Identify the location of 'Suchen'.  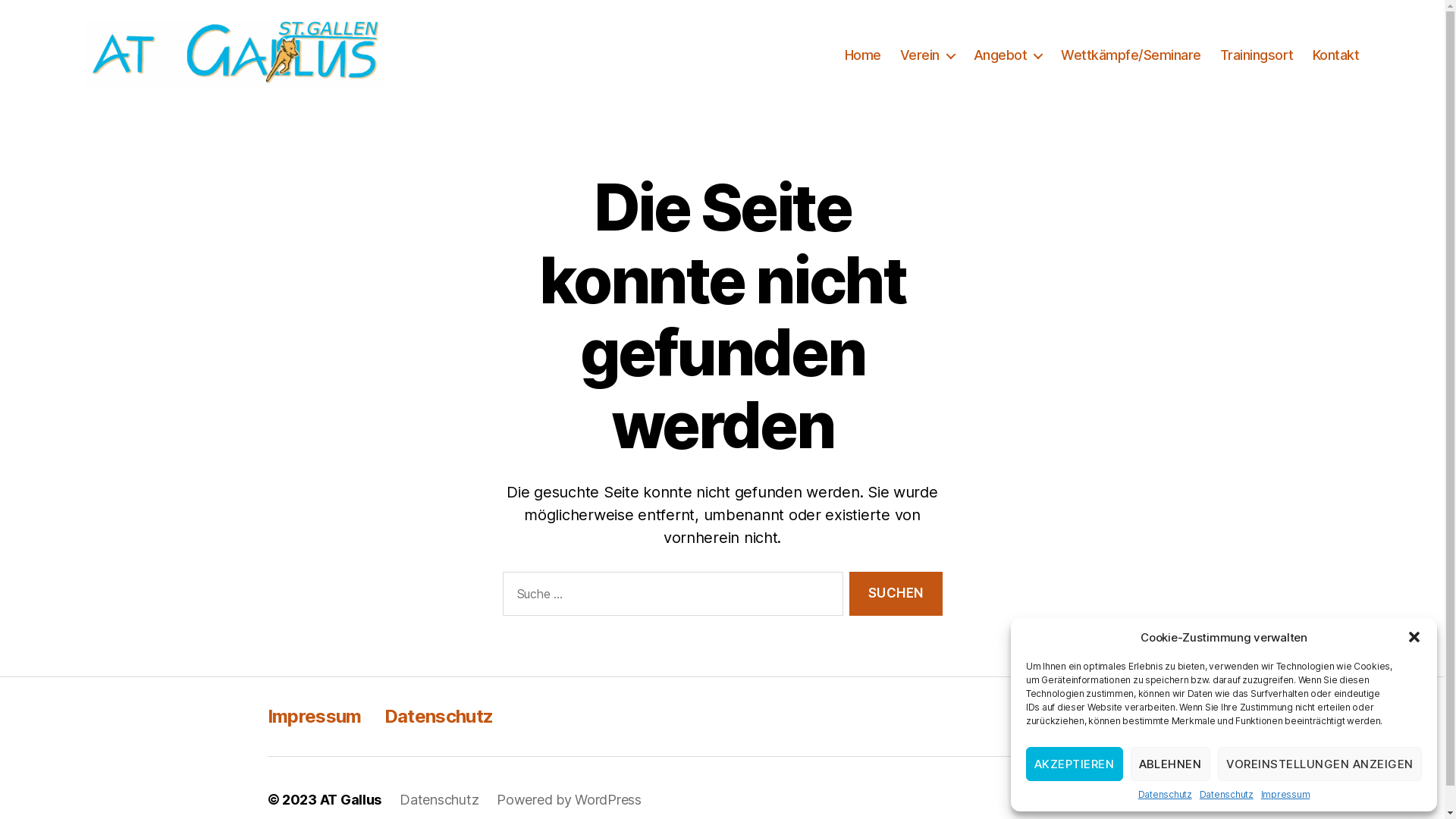
(895, 593).